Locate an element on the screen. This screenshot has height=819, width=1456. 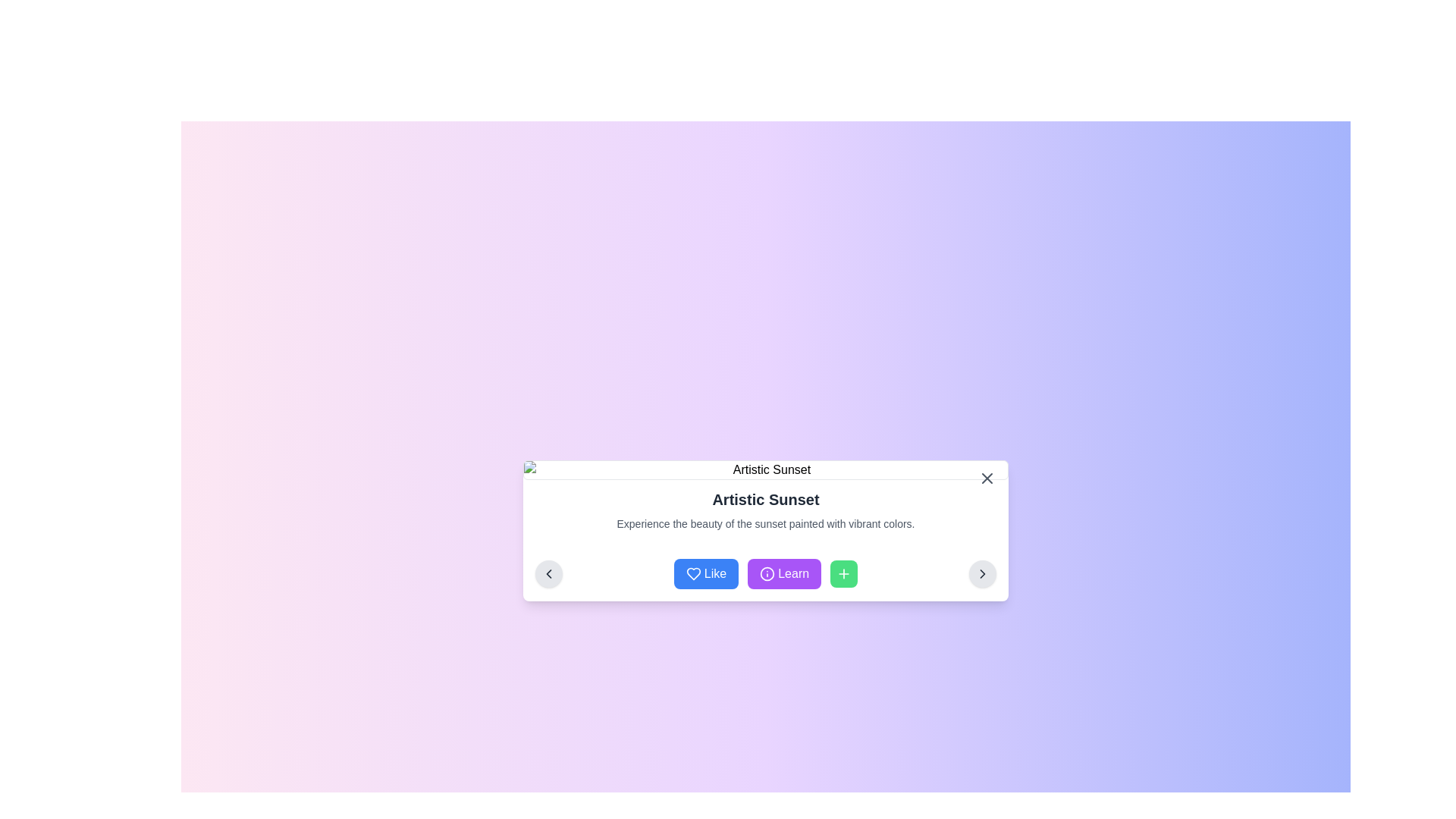
the green 'Add' button with a plus sign, positioned to the right of the 'Like' and 'Learn' buttons, to observe the color change is located at coordinates (843, 573).